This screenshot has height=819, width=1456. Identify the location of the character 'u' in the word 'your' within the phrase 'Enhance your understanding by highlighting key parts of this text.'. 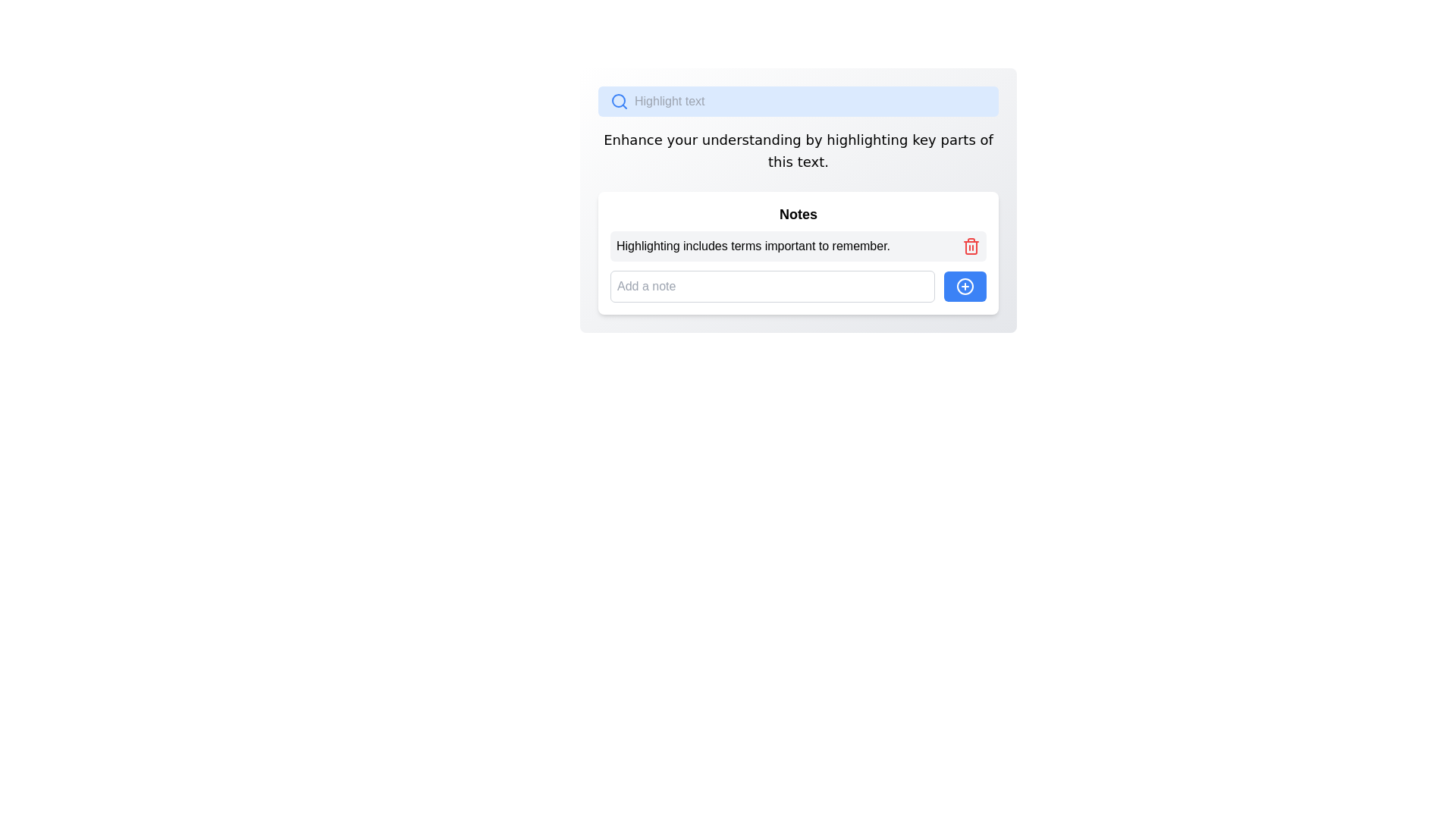
(705, 140).